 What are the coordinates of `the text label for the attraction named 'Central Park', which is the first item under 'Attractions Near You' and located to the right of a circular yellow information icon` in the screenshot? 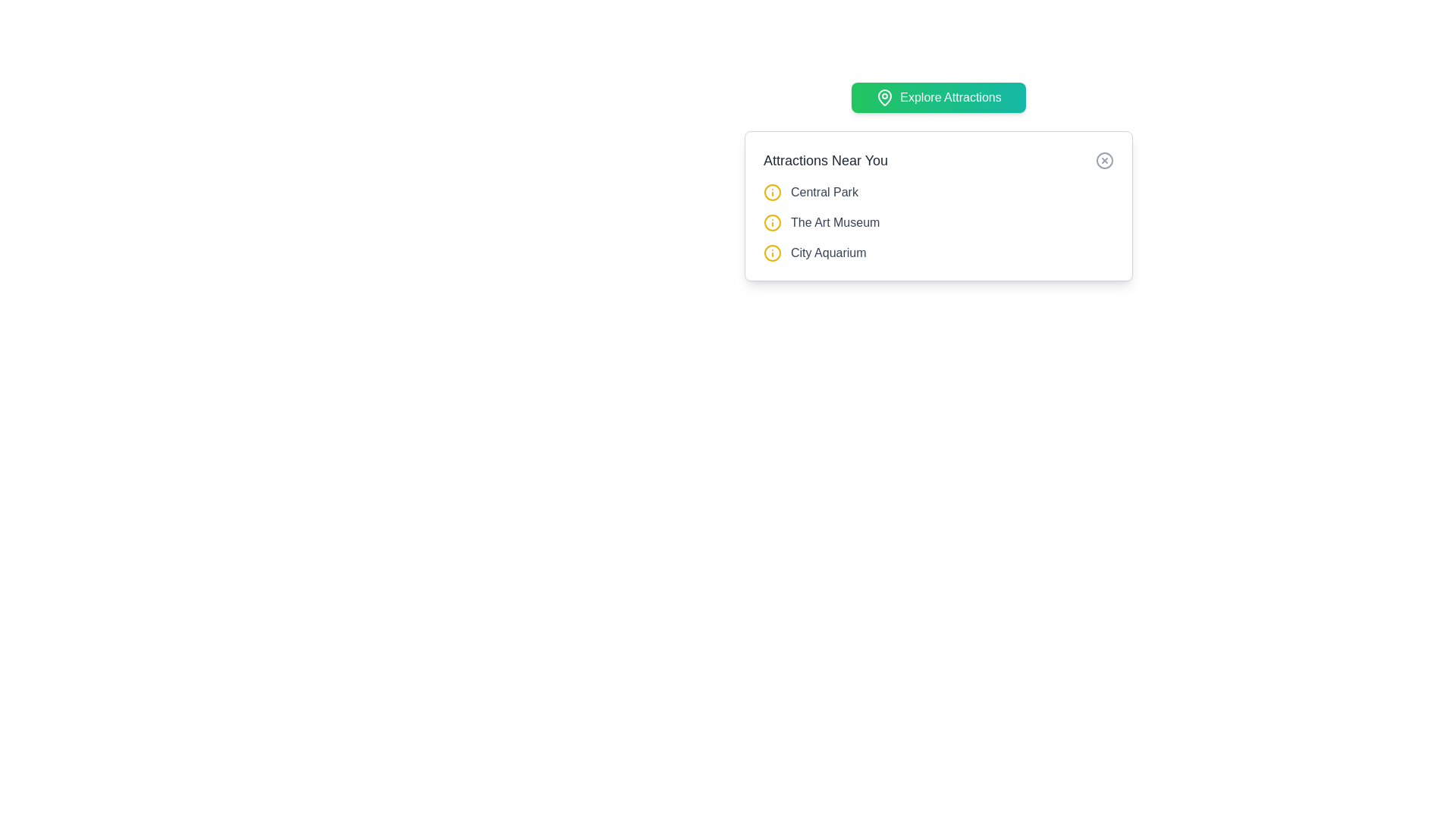 It's located at (824, 192).